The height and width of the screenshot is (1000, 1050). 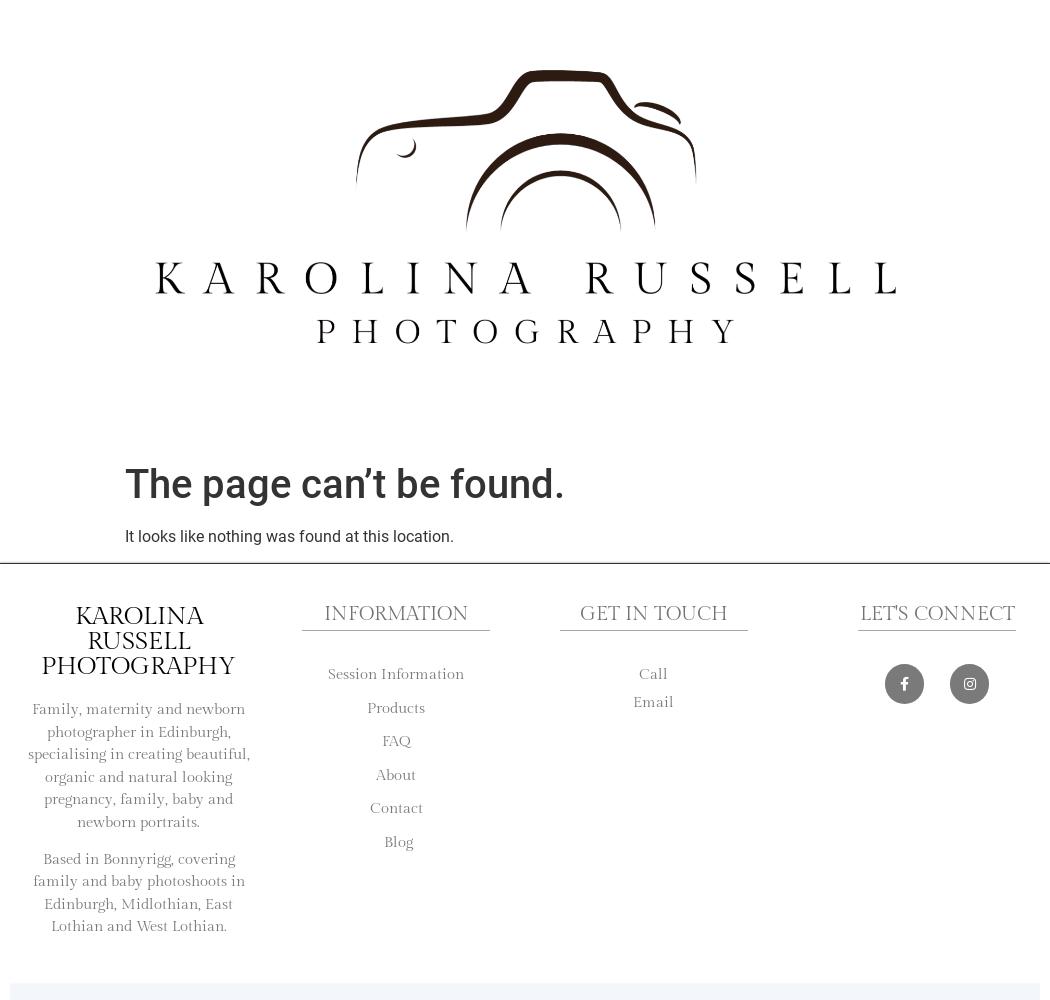 I want to click on 'Call', so click(x=652, y=674).